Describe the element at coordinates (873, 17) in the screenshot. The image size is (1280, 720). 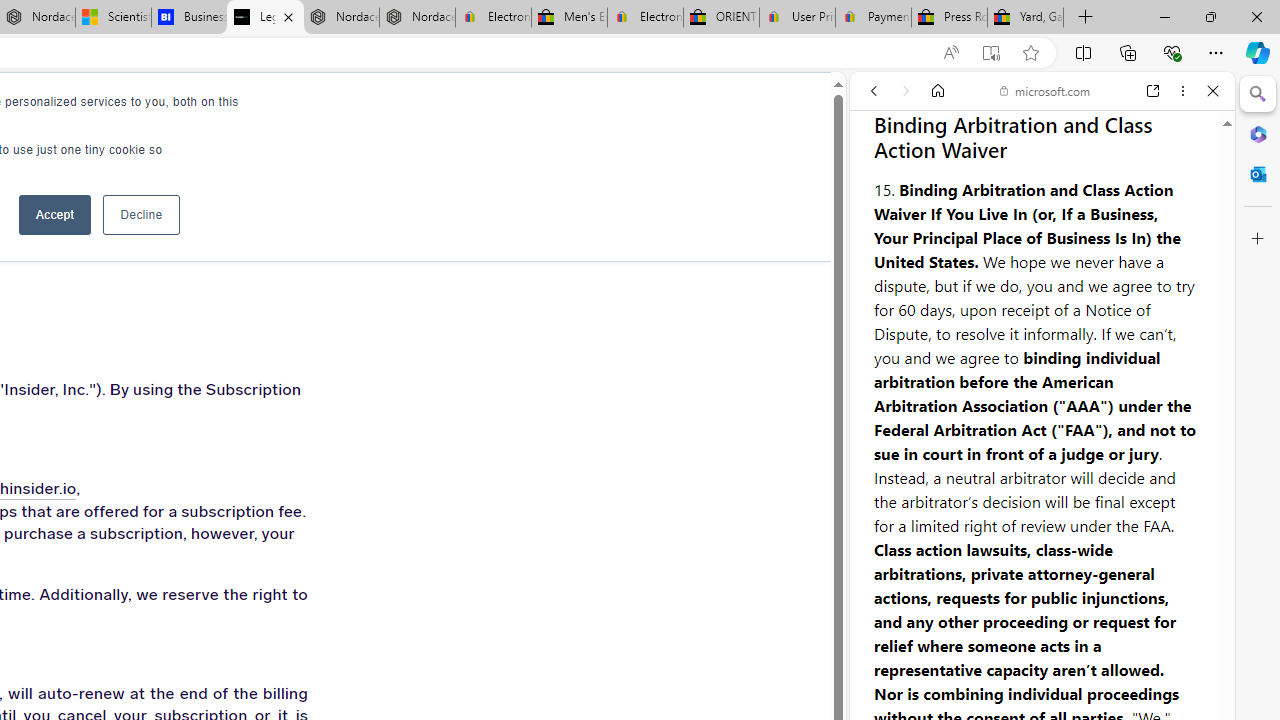
I see `'Payments Terms of Use | eBay.com'` at that location.